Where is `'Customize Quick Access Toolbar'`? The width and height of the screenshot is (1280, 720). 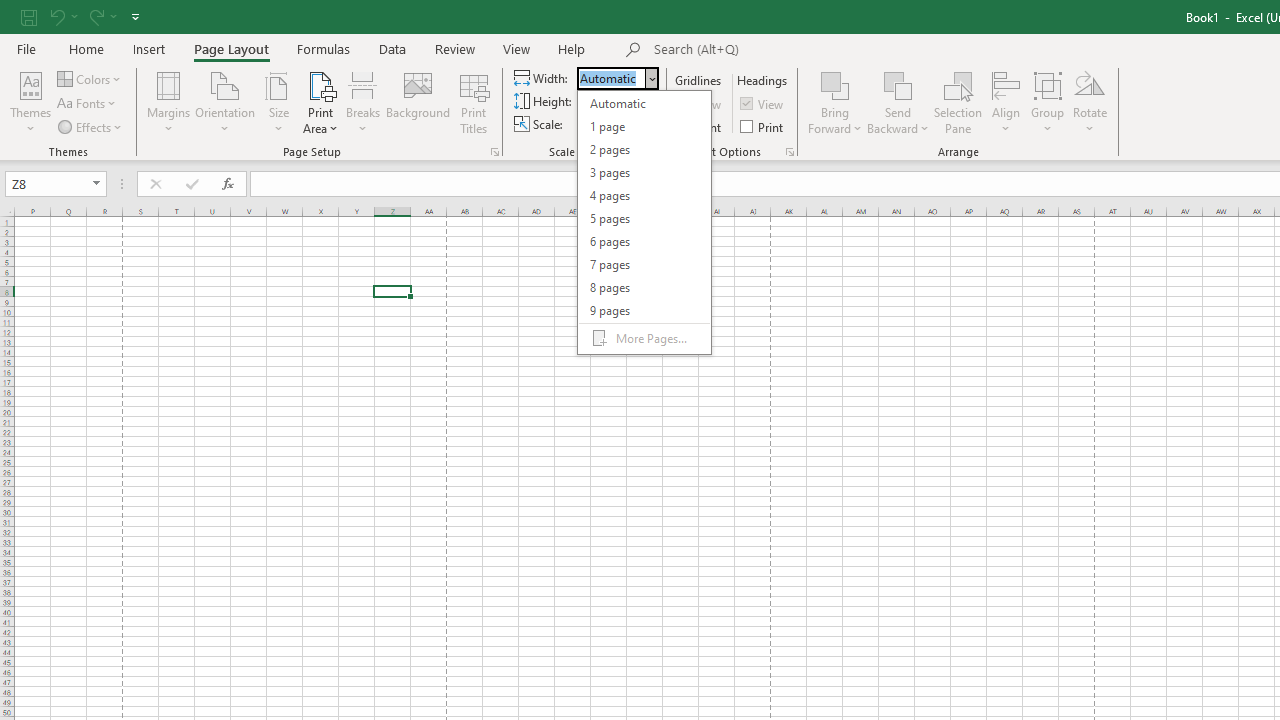 'Customize Quick Access Toolbar' is located at coordinates (134, 16).